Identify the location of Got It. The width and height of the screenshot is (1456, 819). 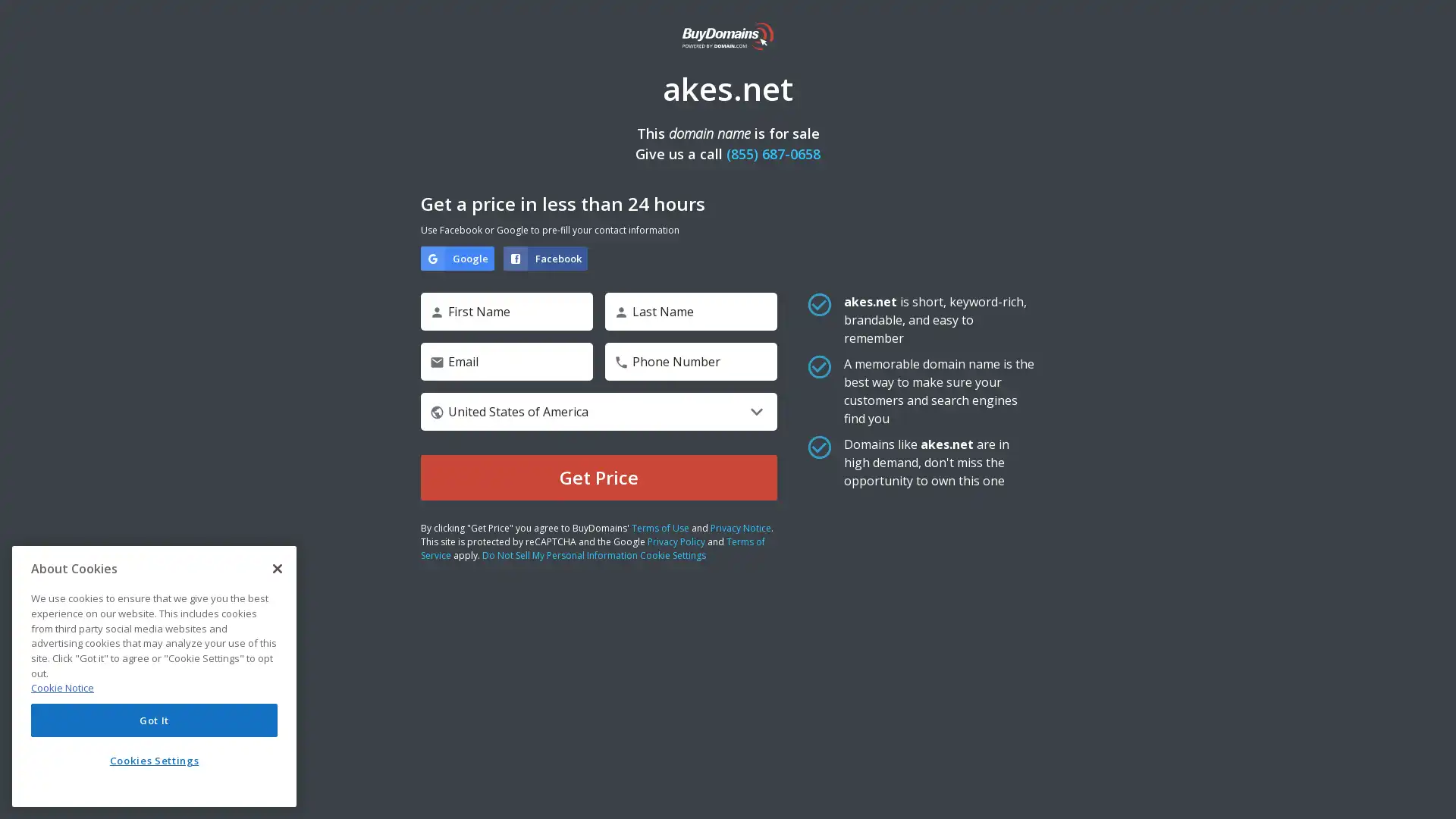
(154, 719).